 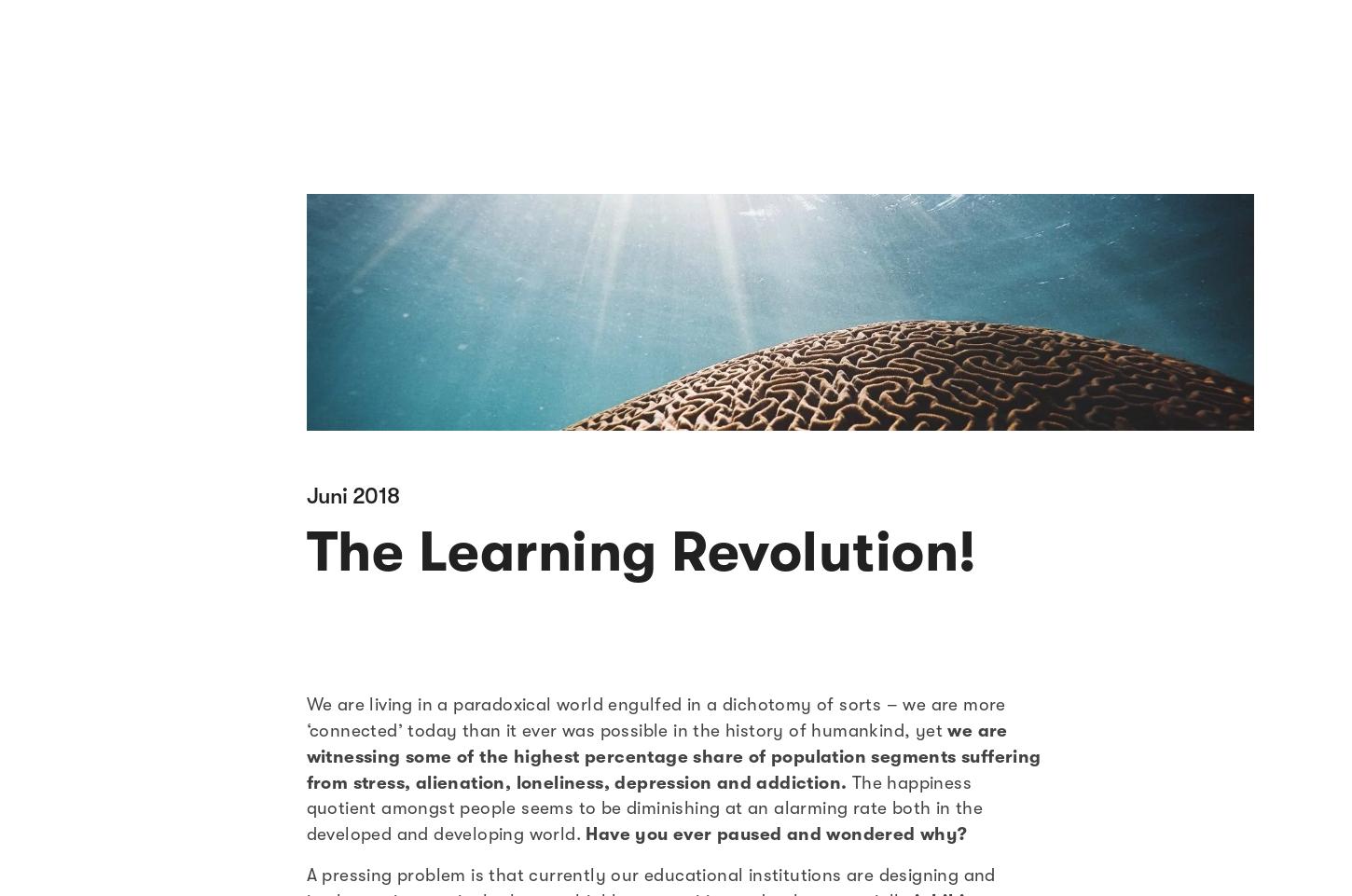 What do you see at coordinates (159, 692) in the screenshot?
I see `'Der Kulturraum vereint die kulturellen Veranstaltungen an unseren Standorten.'` at bounding box center [159, 692].